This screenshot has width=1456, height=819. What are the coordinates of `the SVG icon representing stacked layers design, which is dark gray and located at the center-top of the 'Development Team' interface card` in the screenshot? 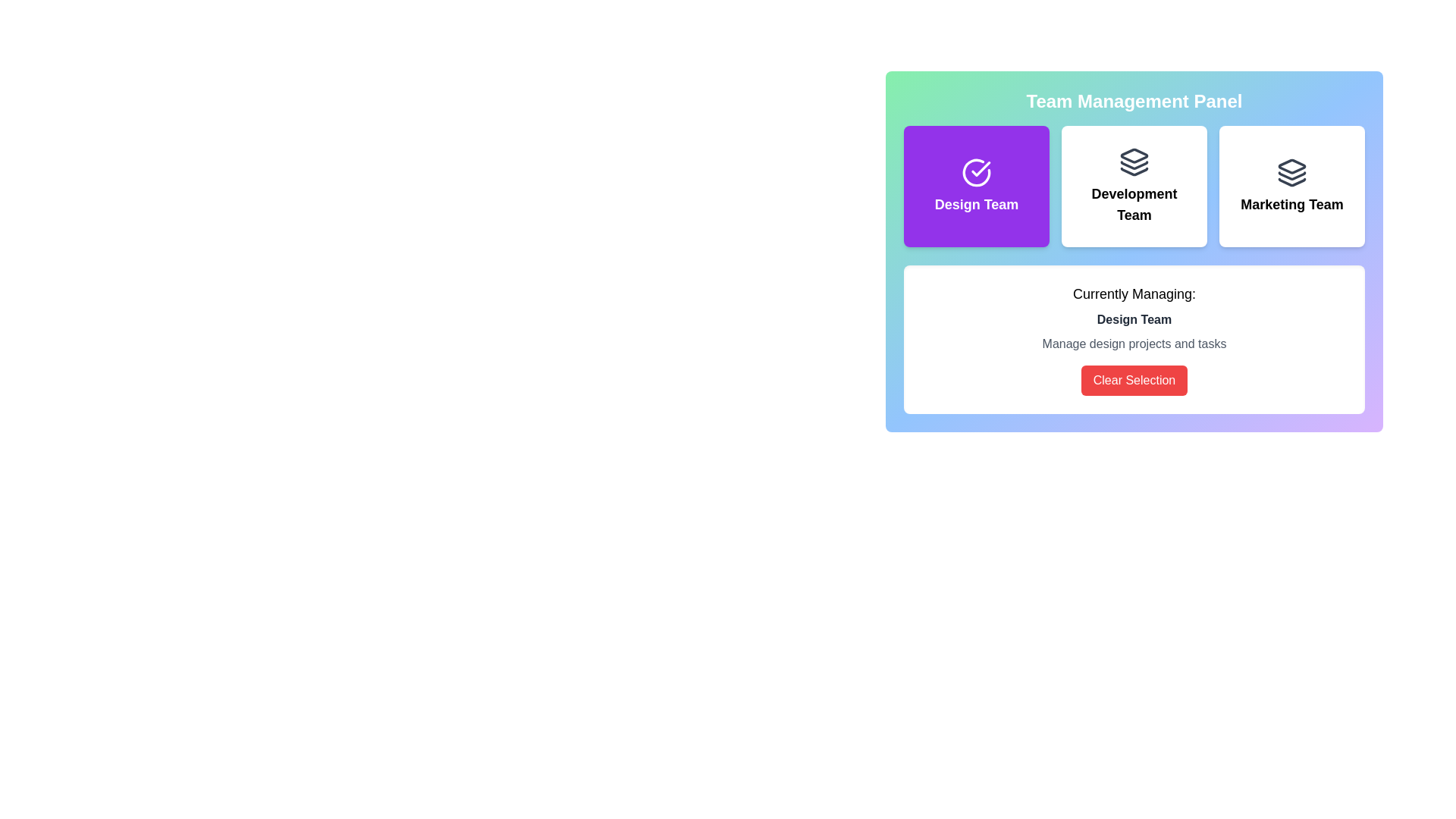 It's located at (1134, 162).